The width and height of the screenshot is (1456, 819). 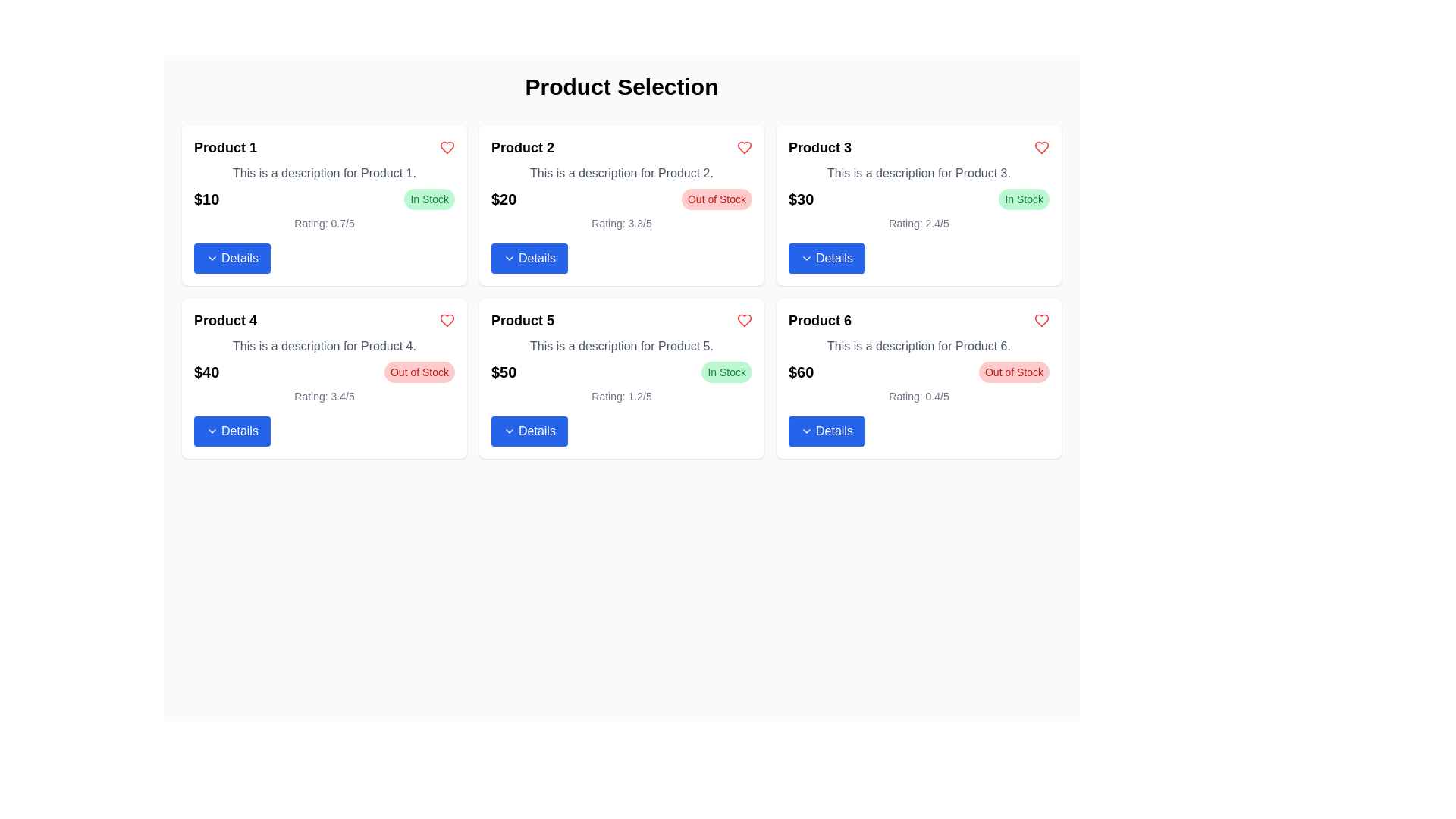 I want to click on the text element displaying "$40" located in the bottom left corner of the "Product 4" section, aligned to the left of the 'Out of Stock' badge, so click(x=206, y=372).